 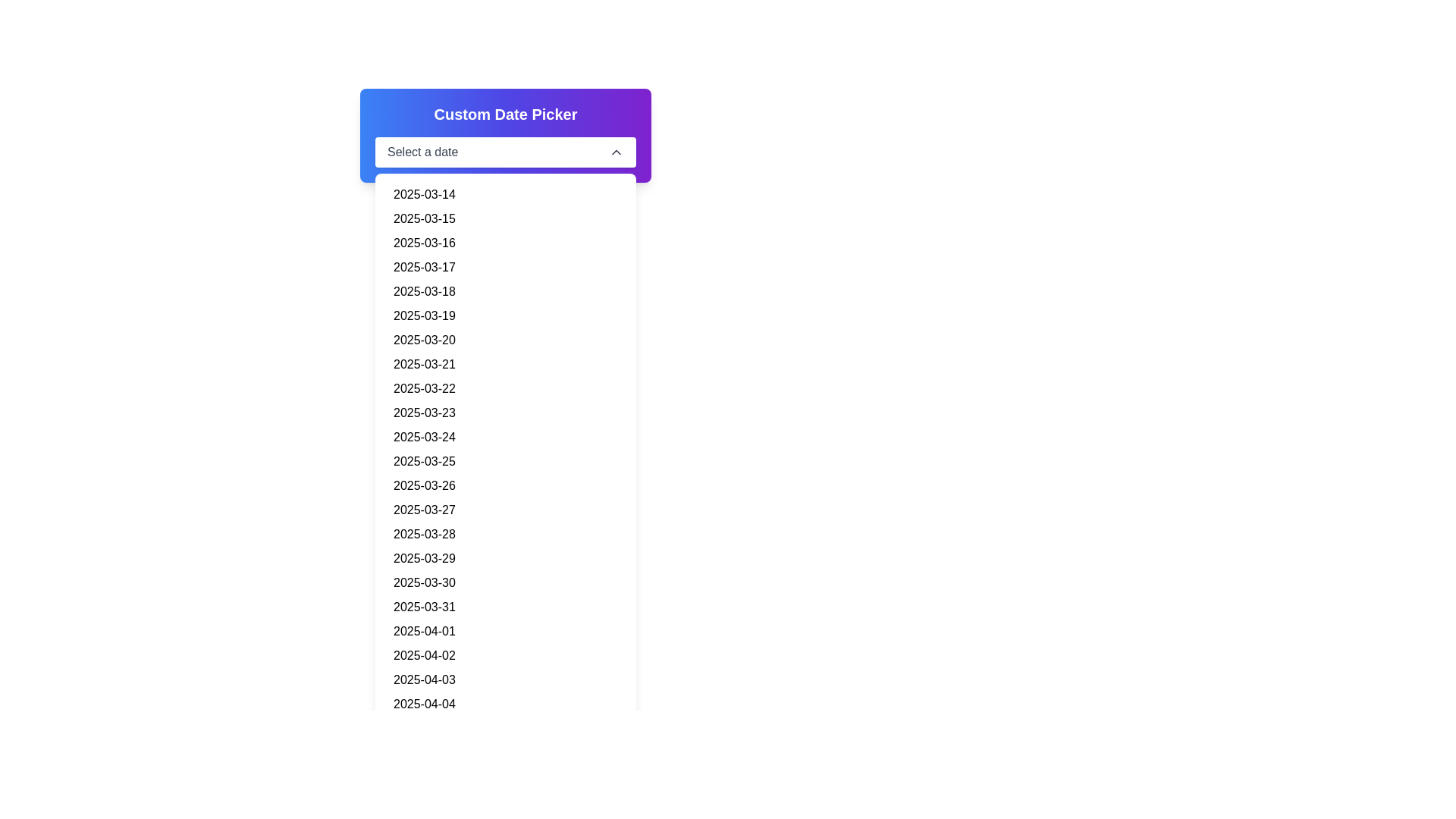 What do you see at coordinates (506, 510) in the screenshot?
I see `the list item representing the date '2025-03-27' located centrally in the dropdown at the 14th position` at bounding box center [506, 510].